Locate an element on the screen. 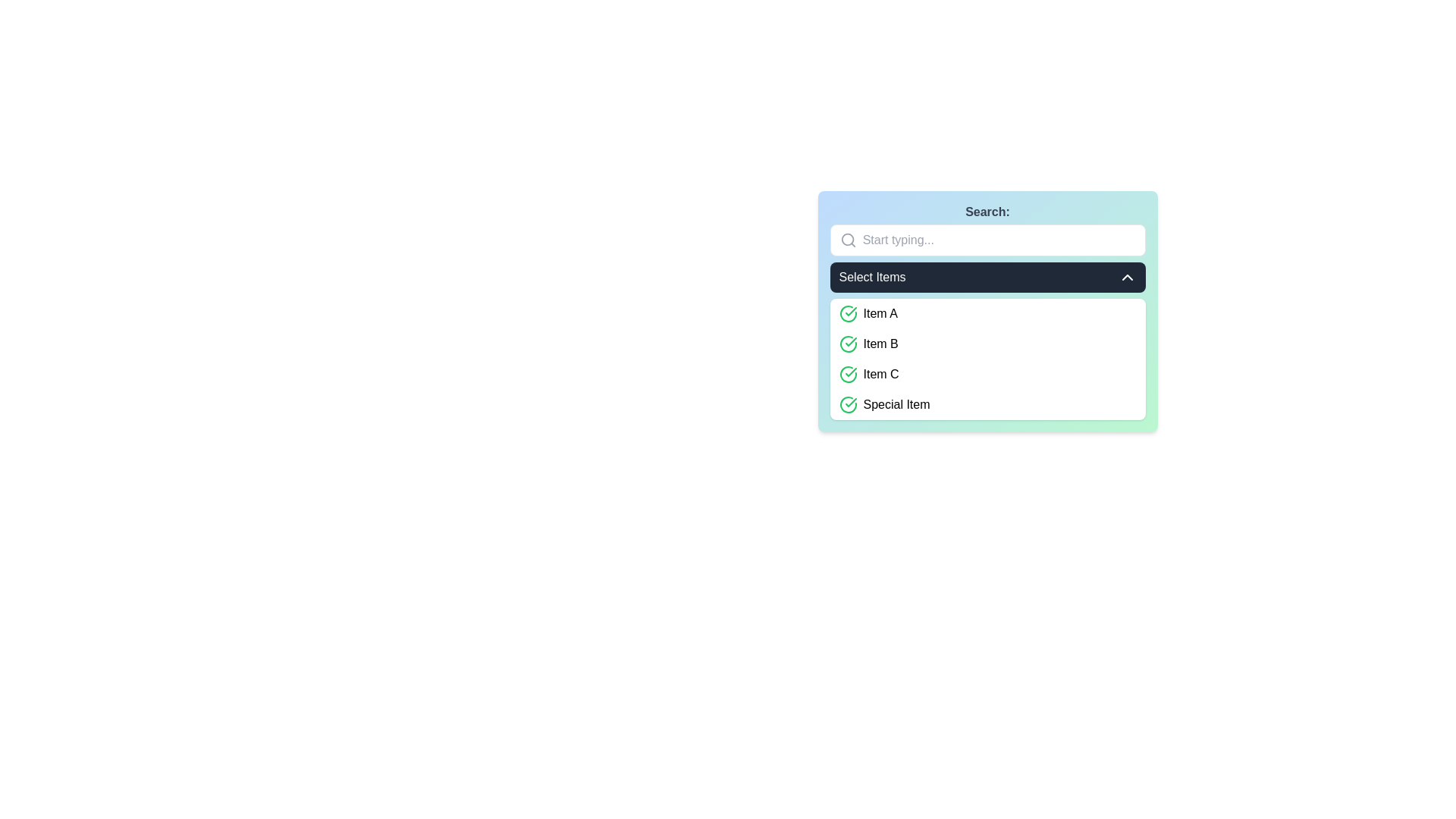 The height and width of the screenshot is (819, 1456). the chevron up icon button located at the far right of the dark background bar labeled 'Select Items' is located at coordinates (1127, 278).